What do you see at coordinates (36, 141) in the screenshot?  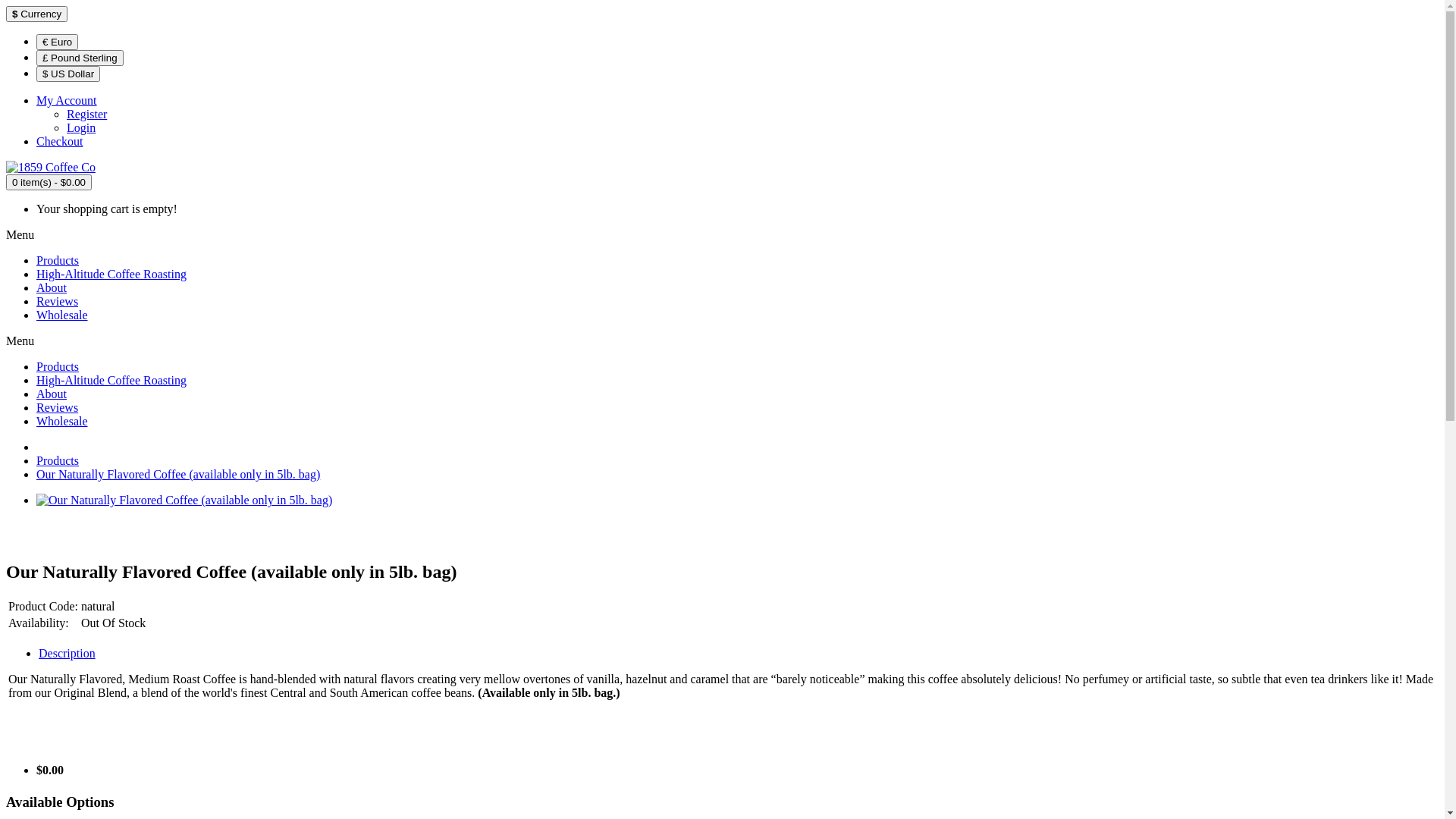 I see `'Checkout'` at bounding box center [36, 141].